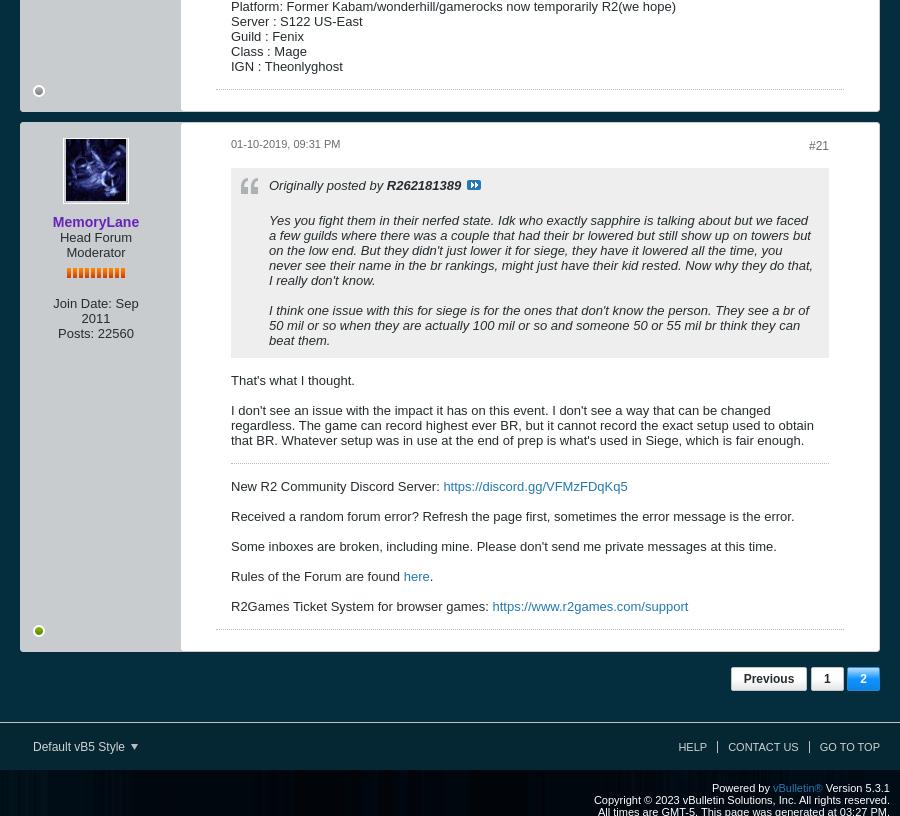  Describe the element at coordinates (511, 515) in the screenshot. I see `'Received a random forum error? Refresh the page first, sometimes the error message is the error.'` at that location.